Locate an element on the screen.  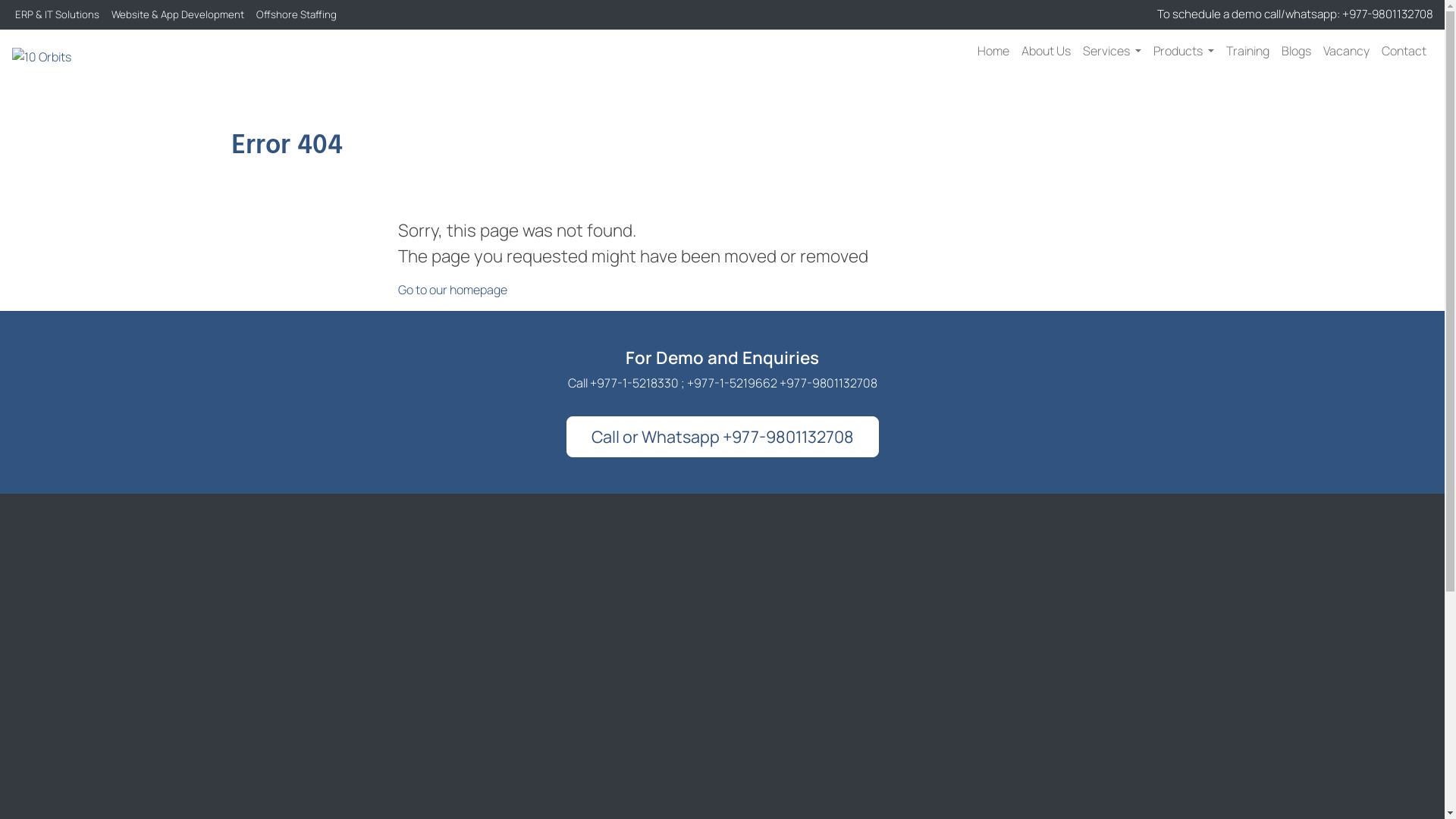
'Contact' is located at coordinates (1403, 49).